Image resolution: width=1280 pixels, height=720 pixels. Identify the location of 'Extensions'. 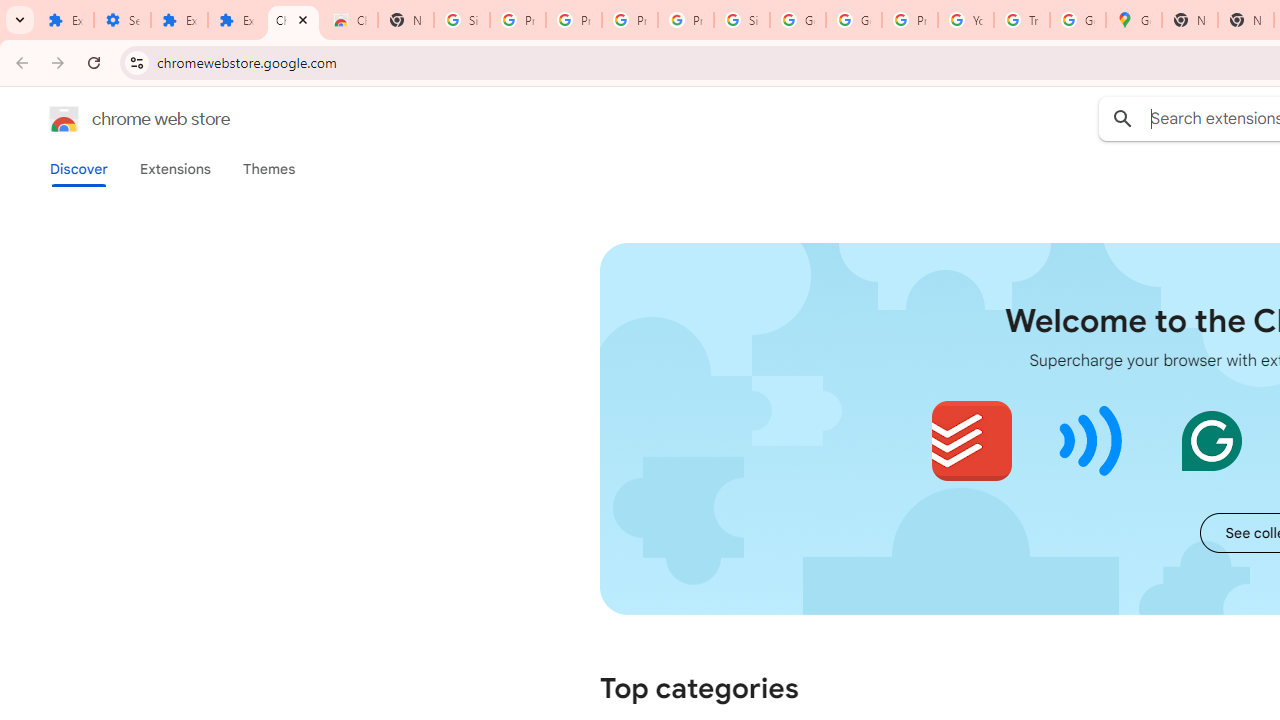
(174, 168).